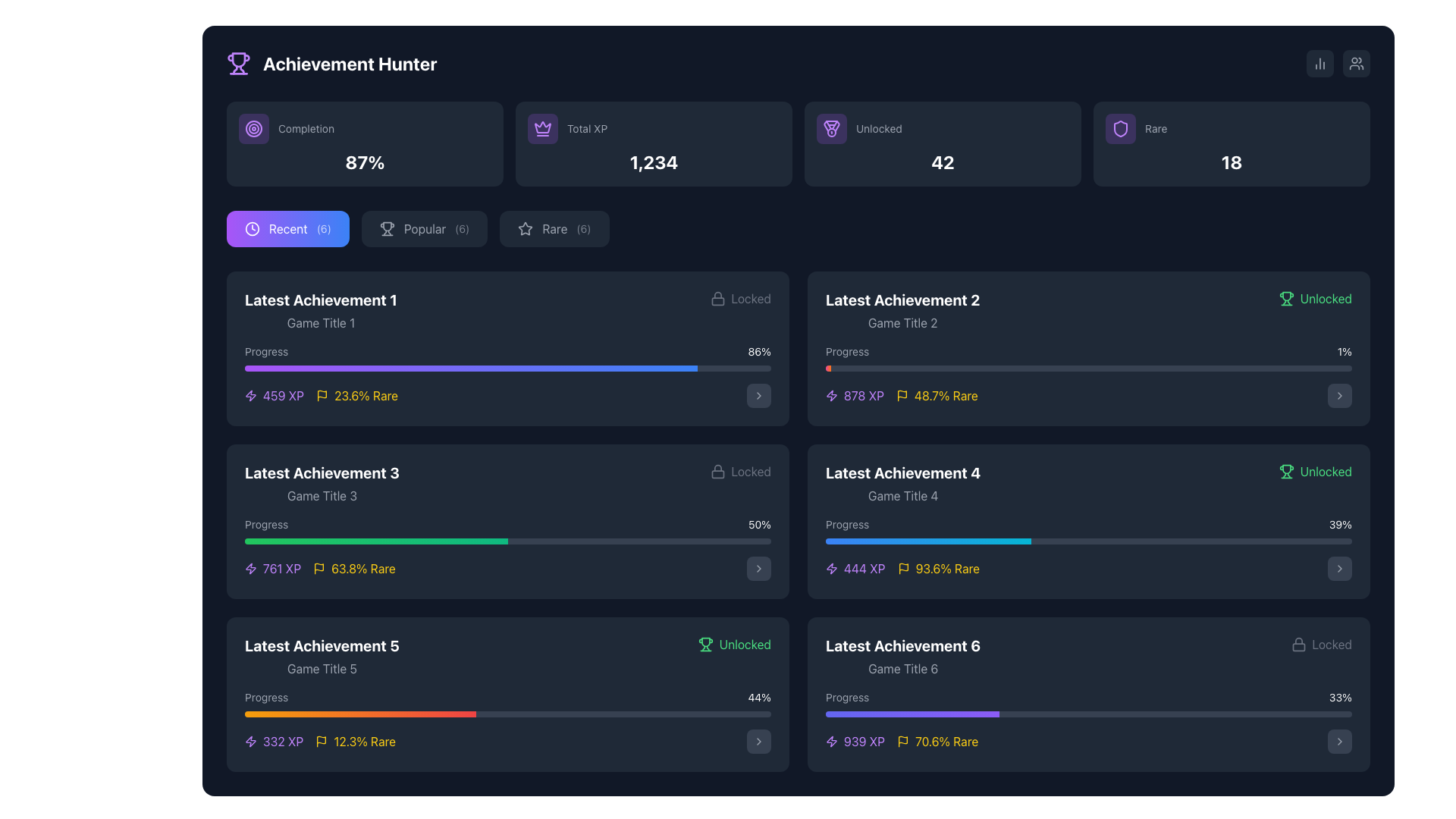 The height and width of the screenshot is (819, 1456). What do you see at coordinates (903, 646) in the screenshot?
I see `the text label displaying 'Latest Achievement 6', which is a bold, large white header located in the bottom-right card block above 'Game Title 6'` at bounding box center [903, 646].